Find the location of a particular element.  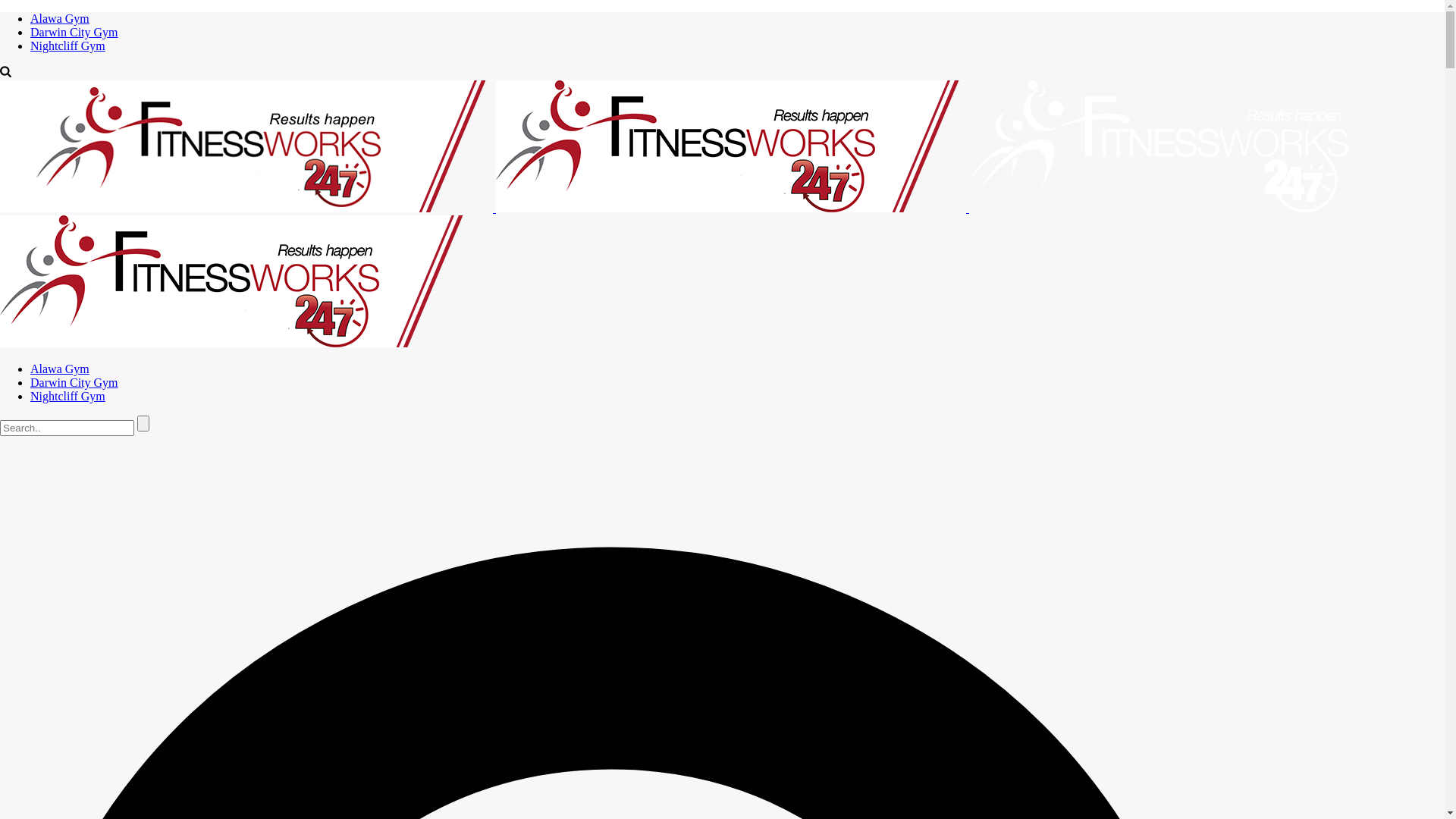

'Nightcliff Gym' is located at coordinates (30, 45).